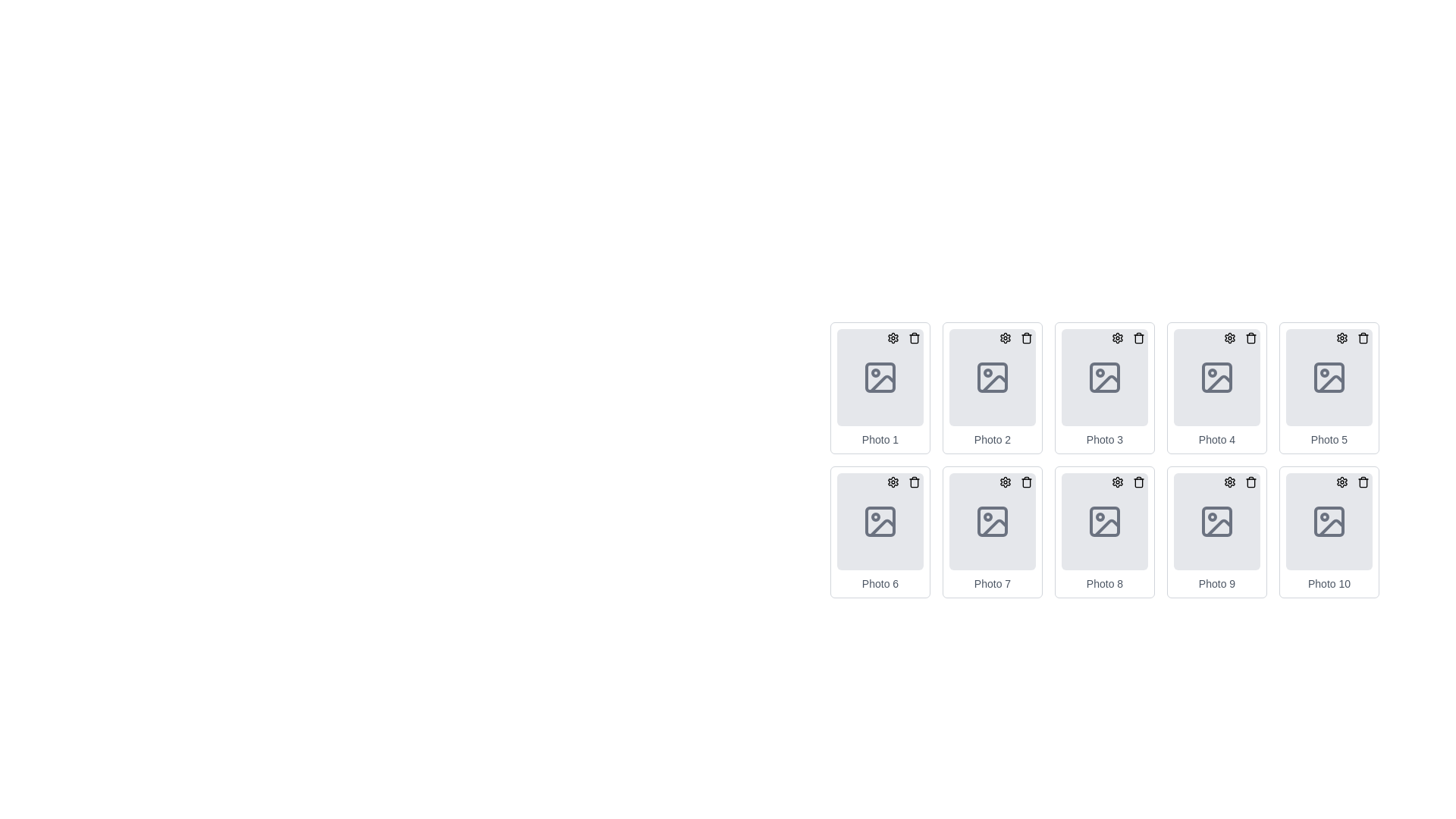 The width and height of the screenshot is (1456, 819). What do you see at coordinates (1105, 439) in the screenshot?
I see `the text label that identifies the photo placeholder as 'Photo 3', which is located in the third position within a horizontal list of photo elements` at bounding box center [1105, 439].